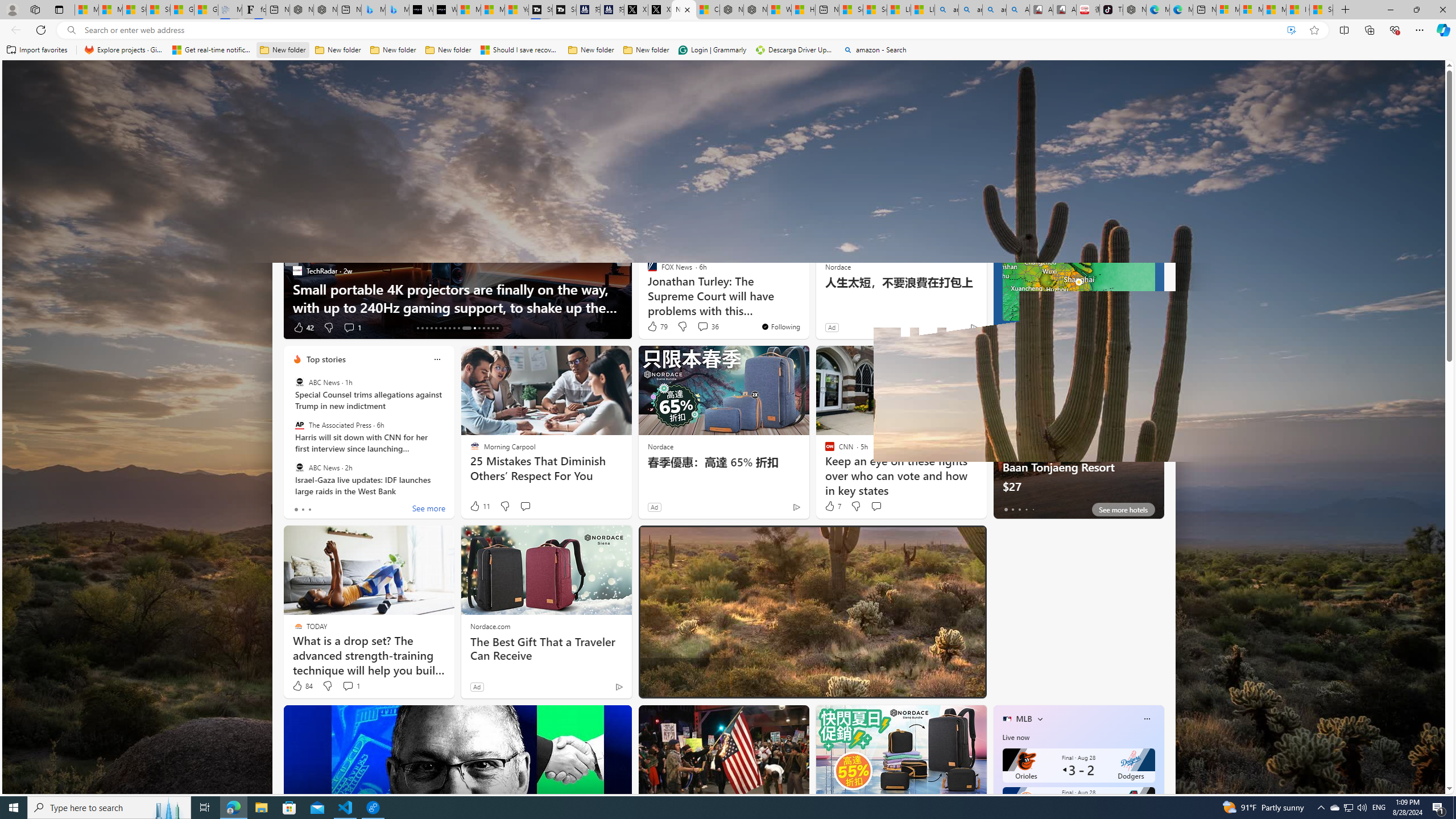 Image resolution: width=1456 pixels, height=819 pixels. I want to click on 'Microsoft Bing Travel - Shangri-La Hotel Bangkok', so click(396, 9).